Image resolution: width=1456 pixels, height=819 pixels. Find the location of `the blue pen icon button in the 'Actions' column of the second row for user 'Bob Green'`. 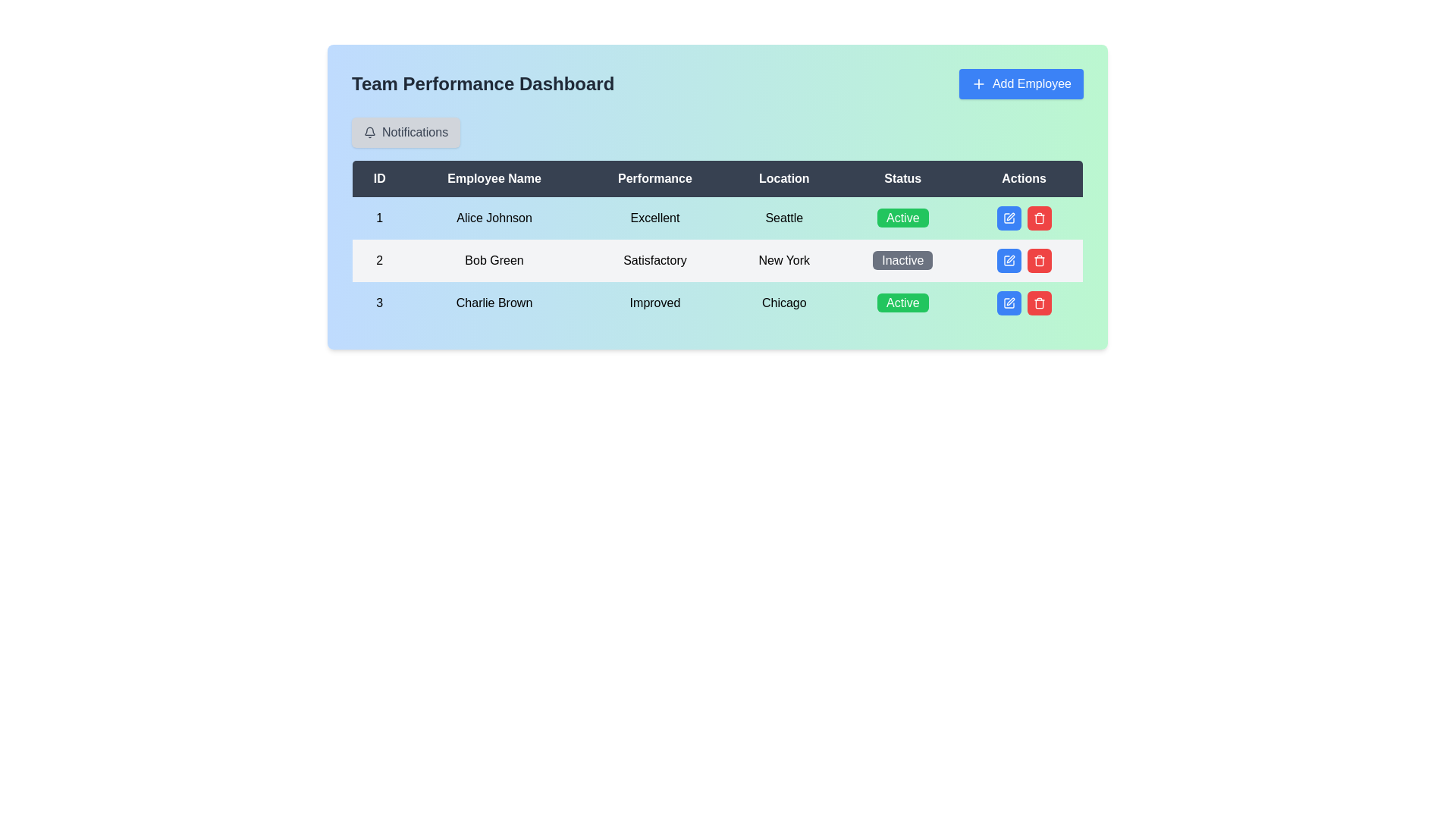

the blue pen icon button in the 'Actions' column of the second row for user 'Bob Green' is located at coordinates (1010, 216).